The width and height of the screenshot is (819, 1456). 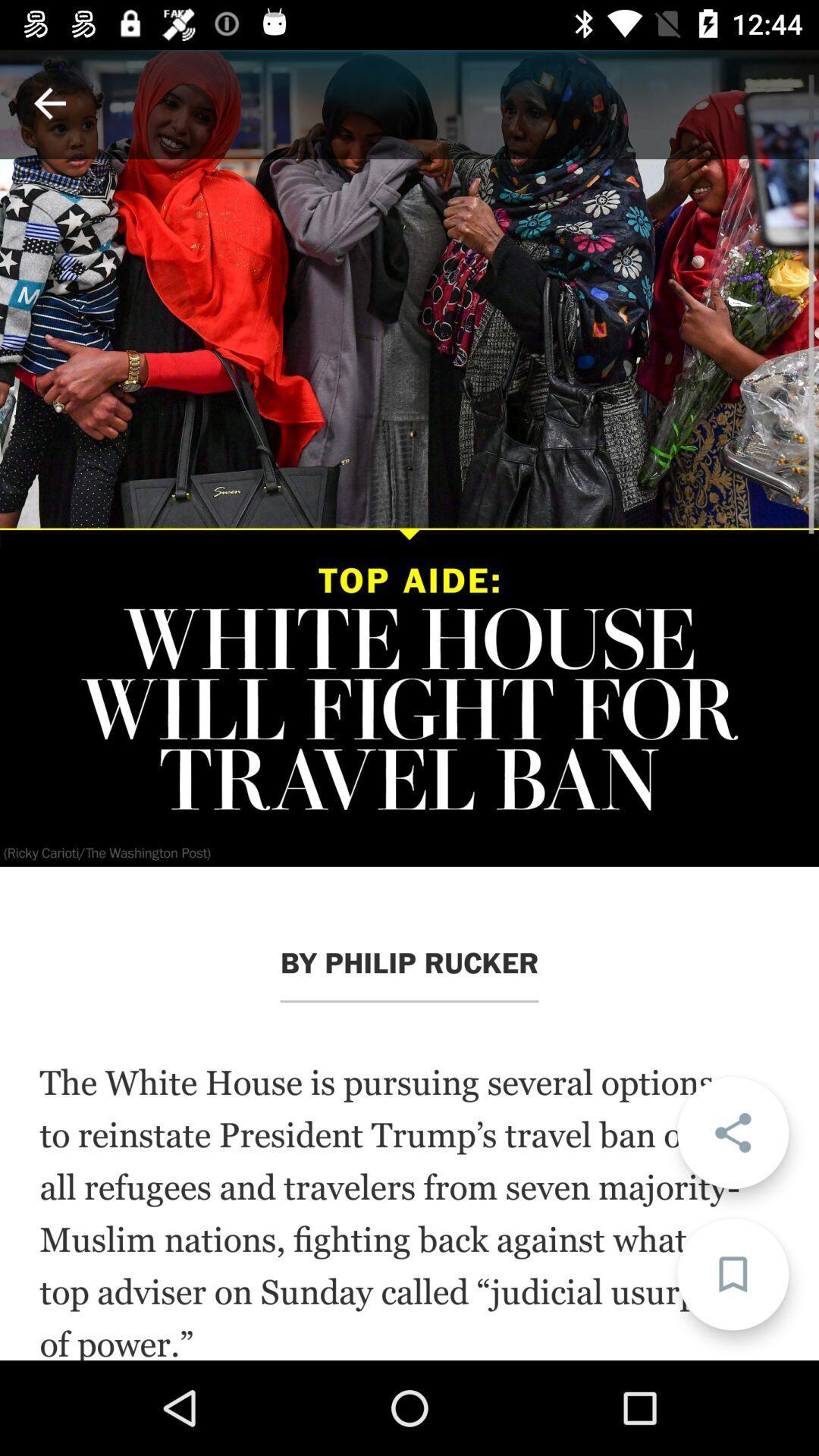 What do you see at coordinates (49, 102) in the screenshot?
I see `the arrow_backward icon` at bounding box center [49, 102].